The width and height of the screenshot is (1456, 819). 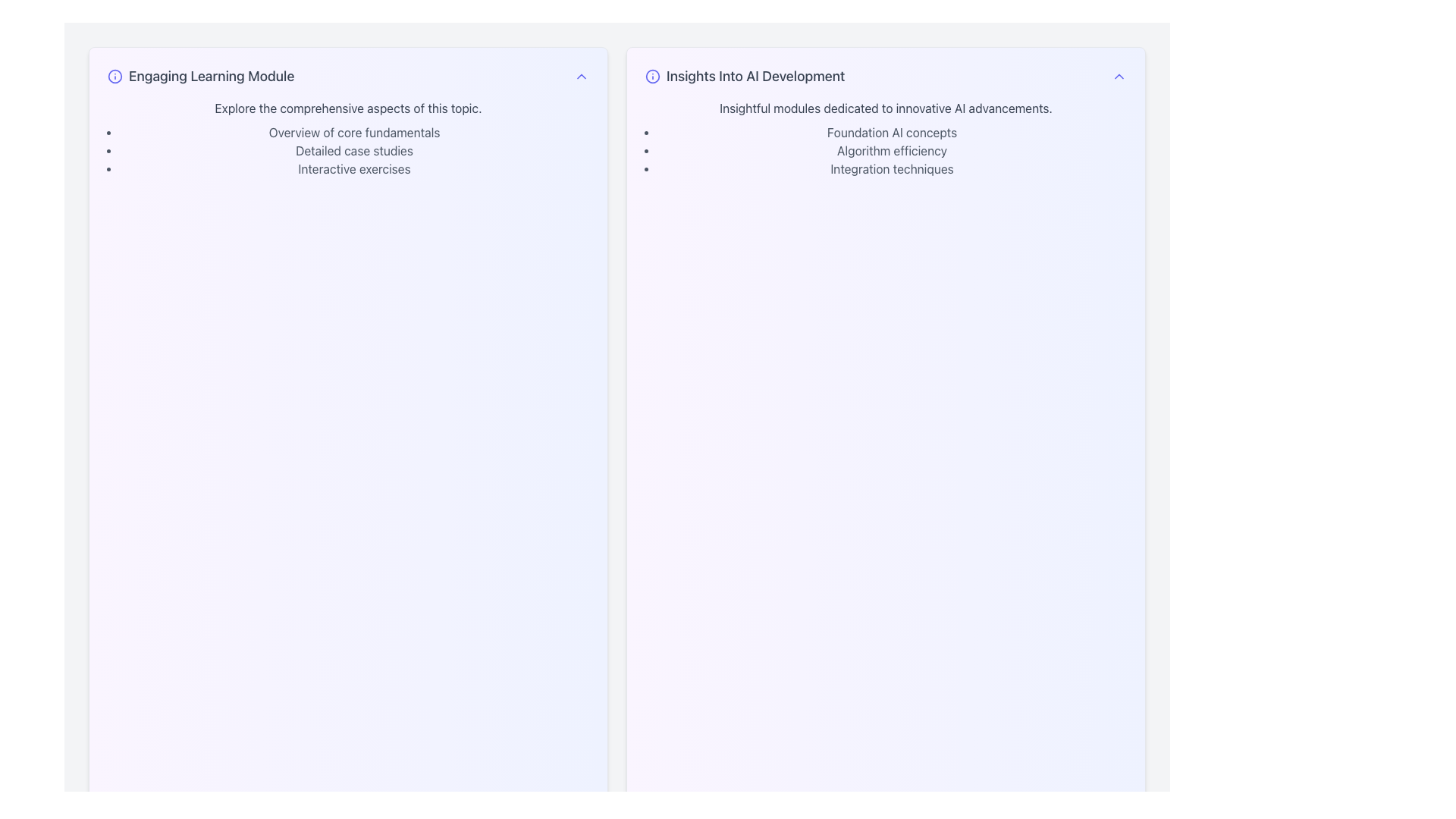 I want to click on text label 'Detailed case studies' which is the second item in the bulleted list under the 'Engaging Learning Module' section, so click(x=353, y=151).